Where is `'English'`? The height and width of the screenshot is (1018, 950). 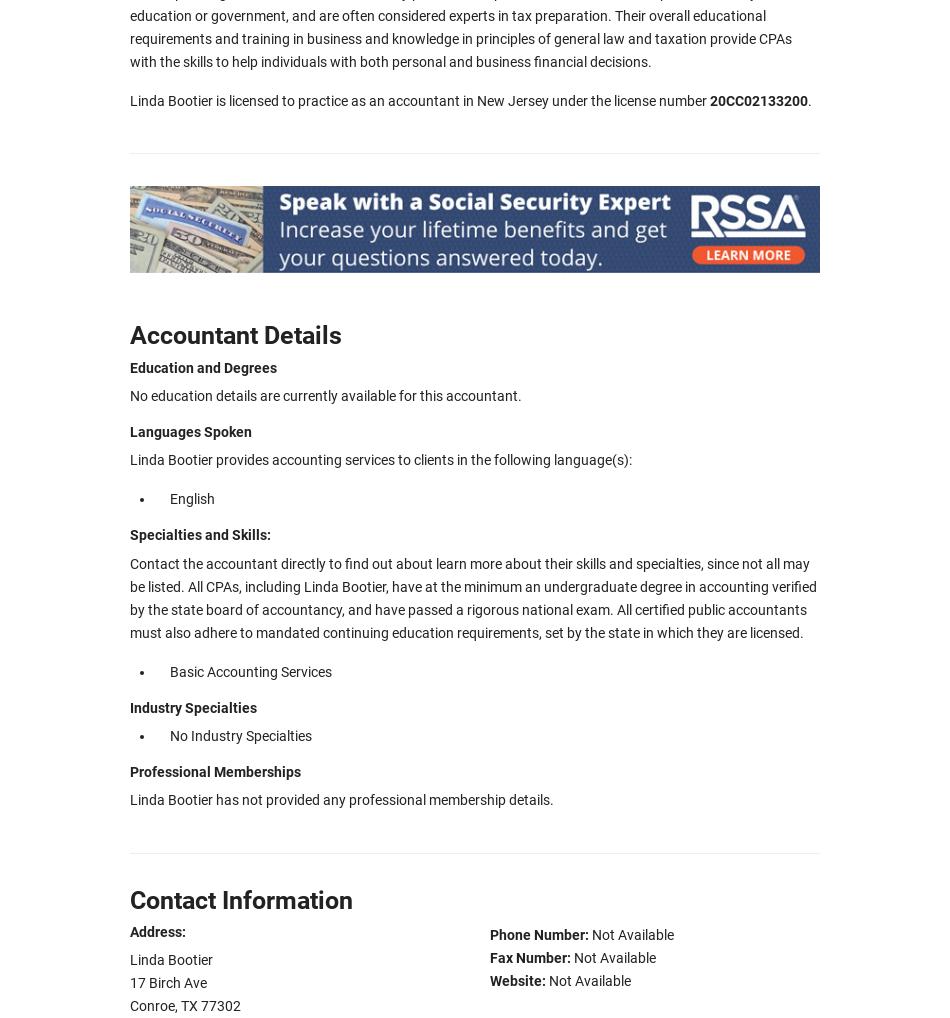 'English' is located at coordinates (192, 499).